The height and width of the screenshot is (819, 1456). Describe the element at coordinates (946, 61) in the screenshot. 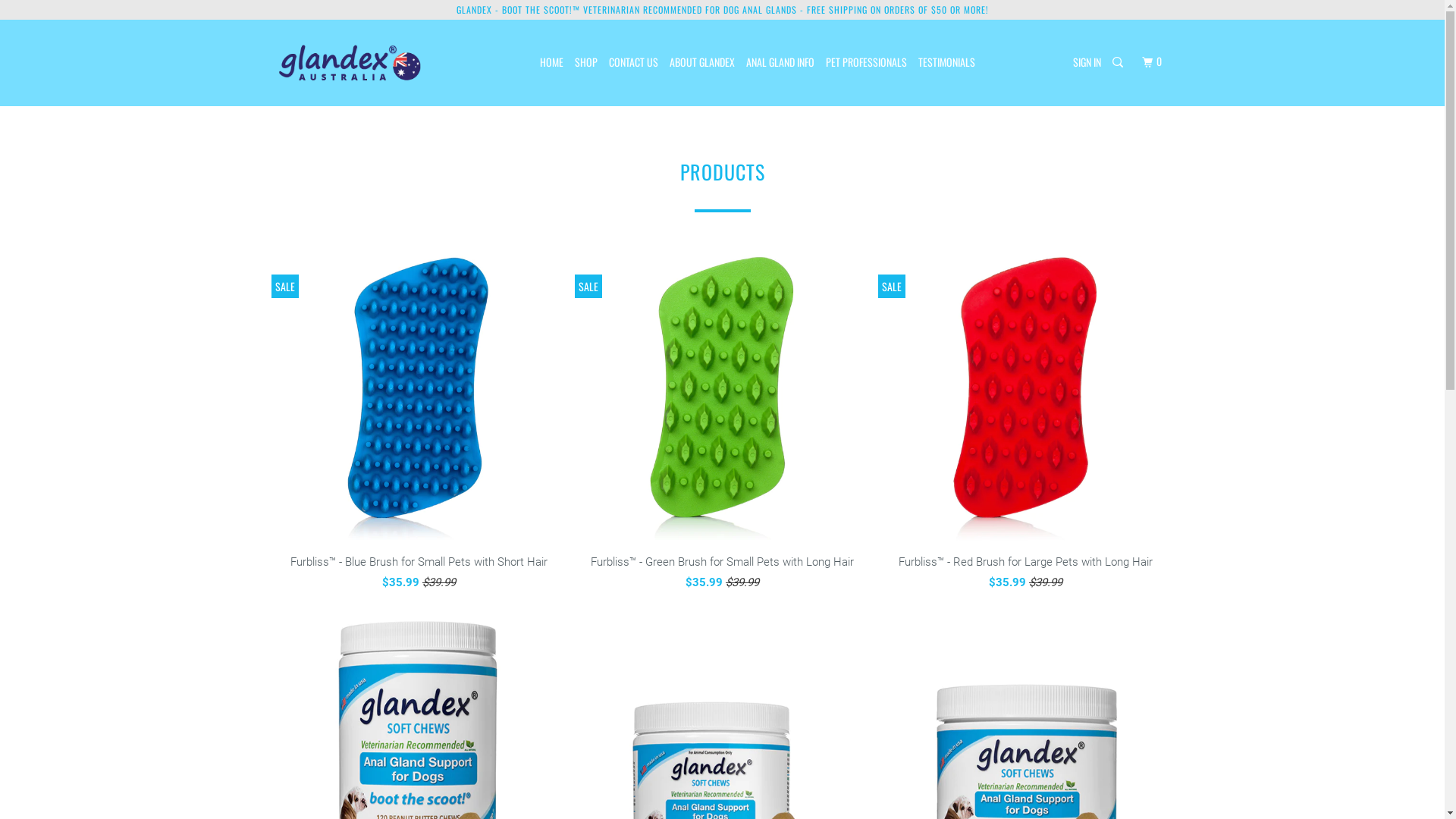

I see `'TESTIMONIALS'` at that location.